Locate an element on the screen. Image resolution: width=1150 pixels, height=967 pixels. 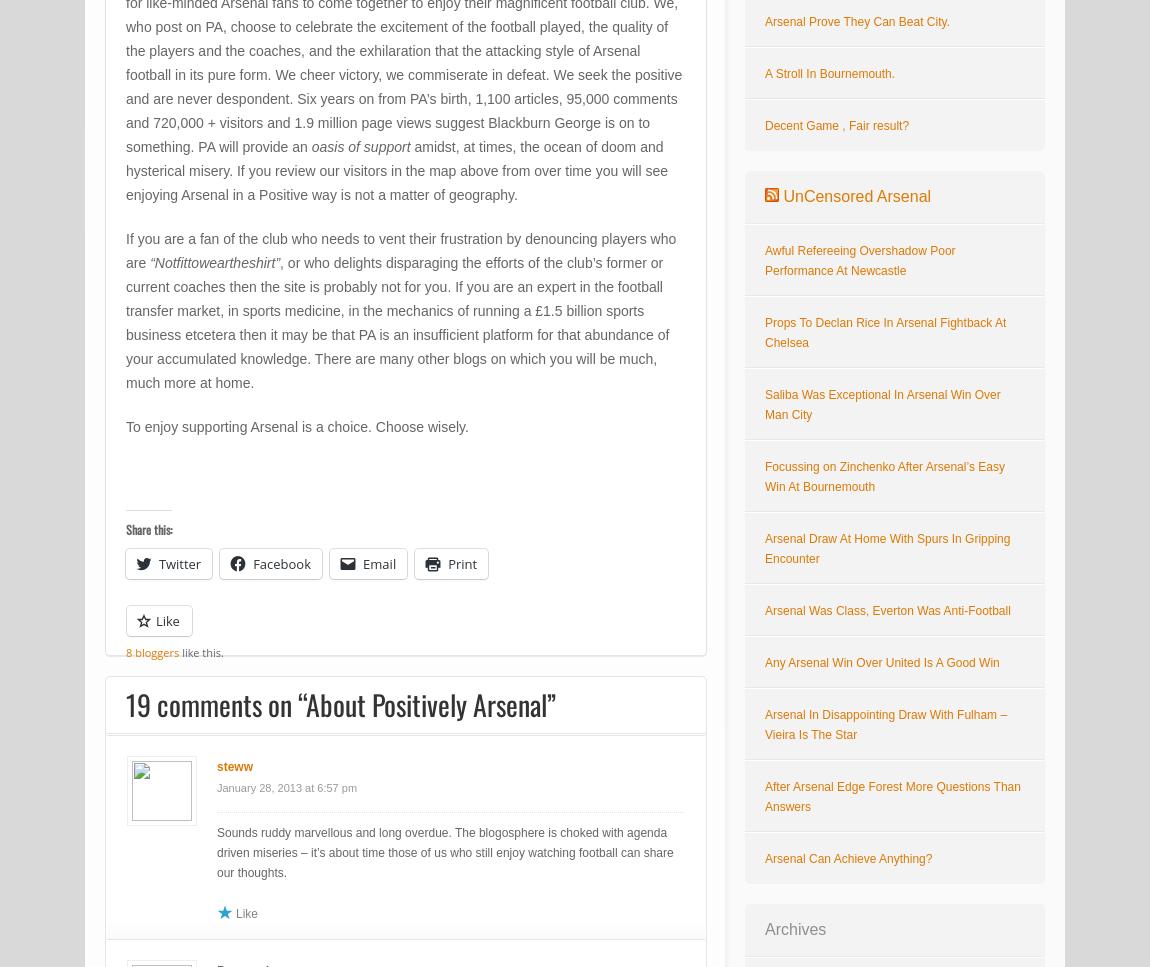
'After Arsenal Edge Forest More Questions Than Answers' is located at coordinates (892, 796).